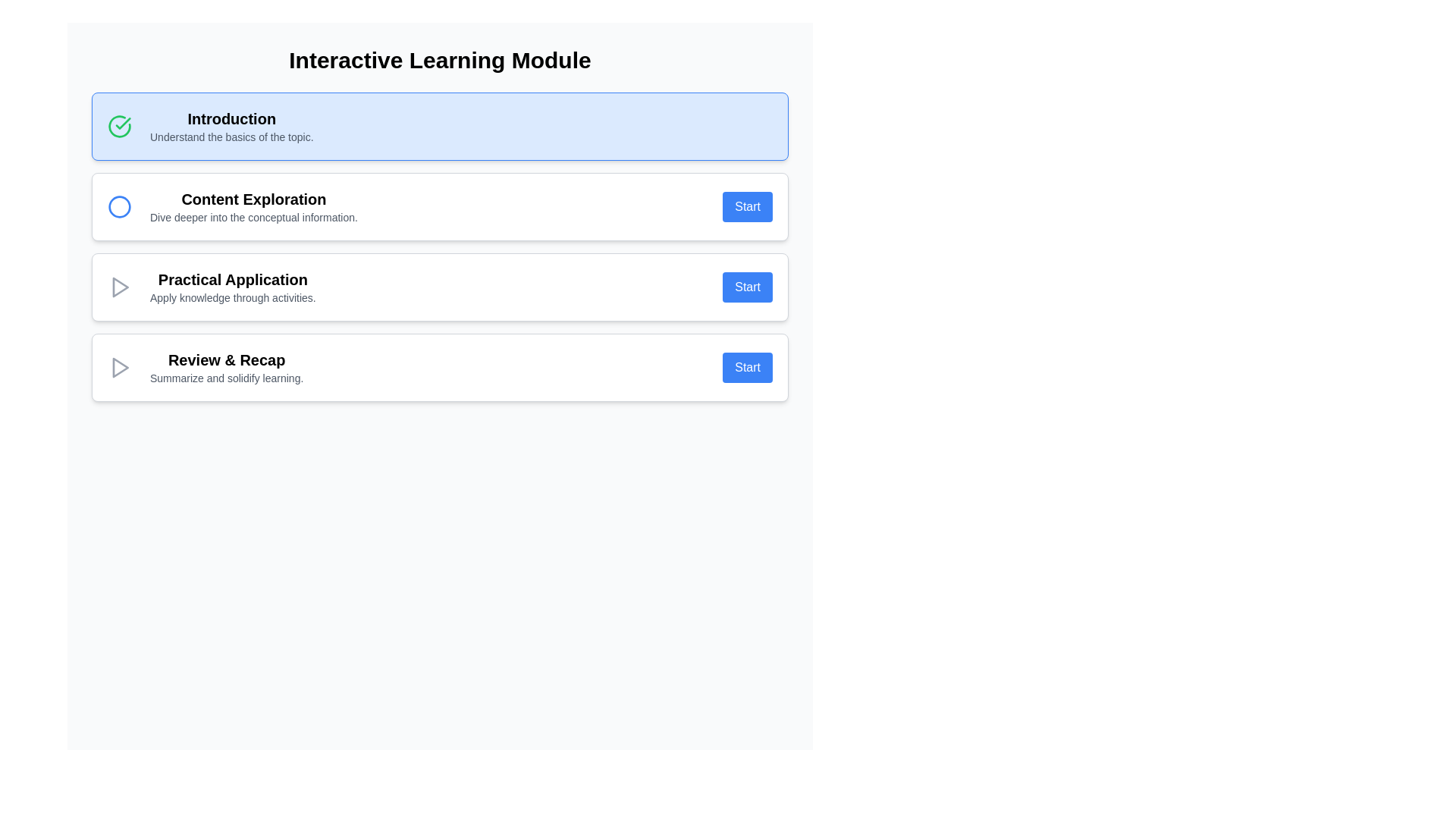 This screenshot has width=1456, height=819. Describe the element at coordinates (119, 125) in the screenshot. I see `the circular green icon with a checkmark inside it, located in the upper-left corner of the 'Introduction' card labeled 'Introduction Understand the basics of the topic.'` at that location.